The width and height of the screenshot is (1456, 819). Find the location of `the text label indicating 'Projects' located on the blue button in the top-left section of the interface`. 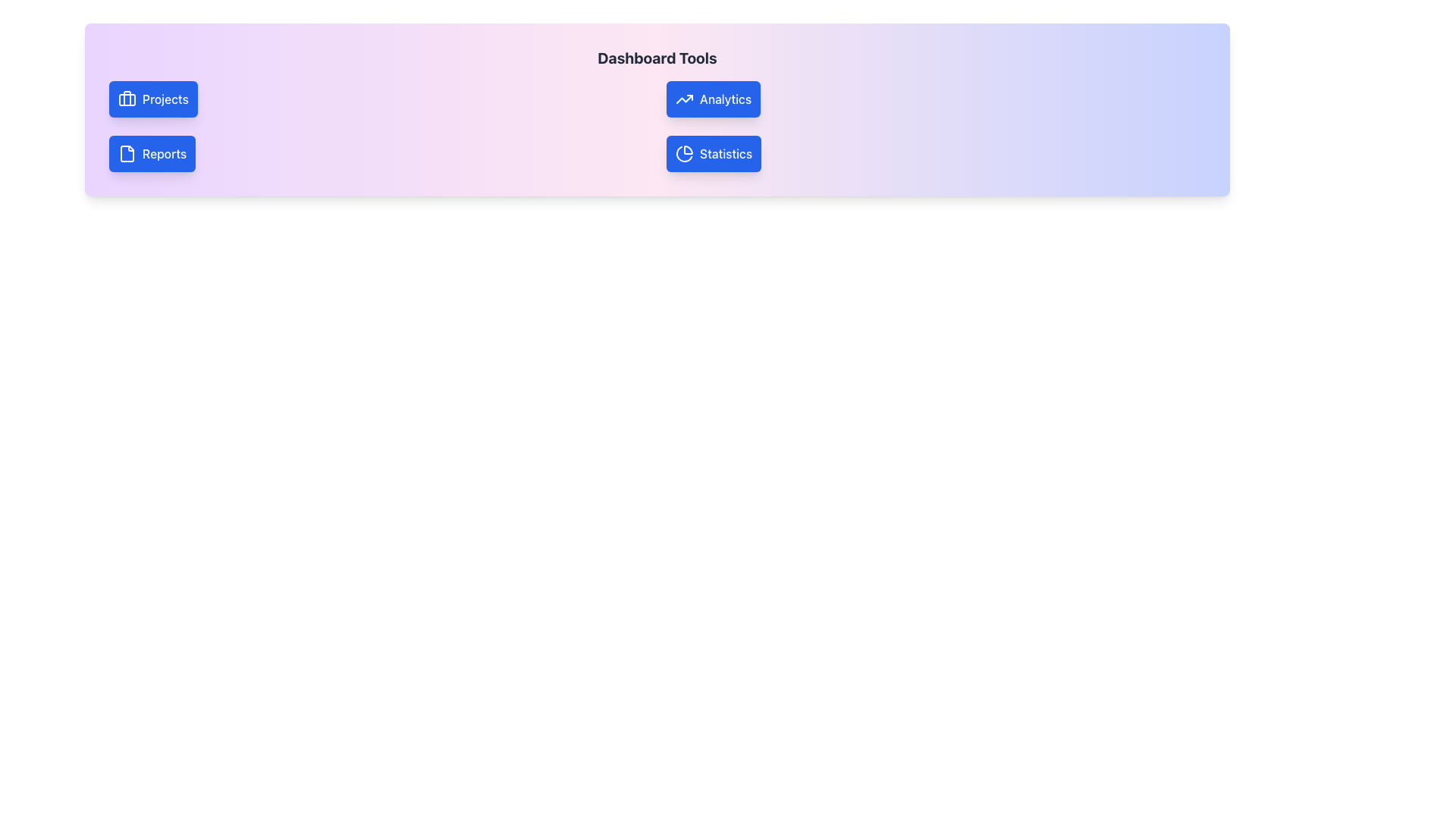

the text label indicating 'Projects' located on the blue button in the top-left section of the interface is located at coordinates (165, 99).